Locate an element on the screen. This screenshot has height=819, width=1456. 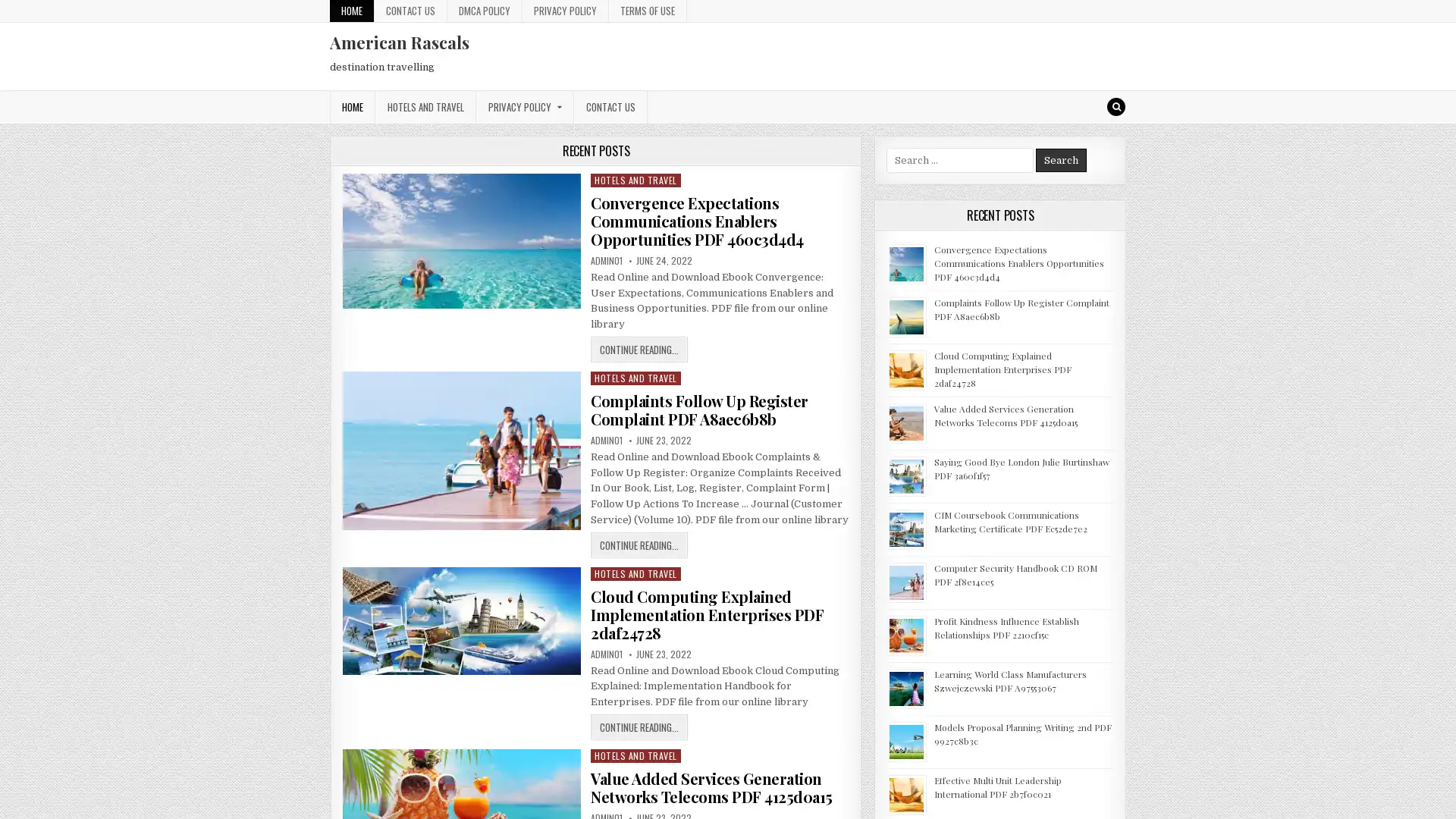
Search is located at coordinates (1060, 160).